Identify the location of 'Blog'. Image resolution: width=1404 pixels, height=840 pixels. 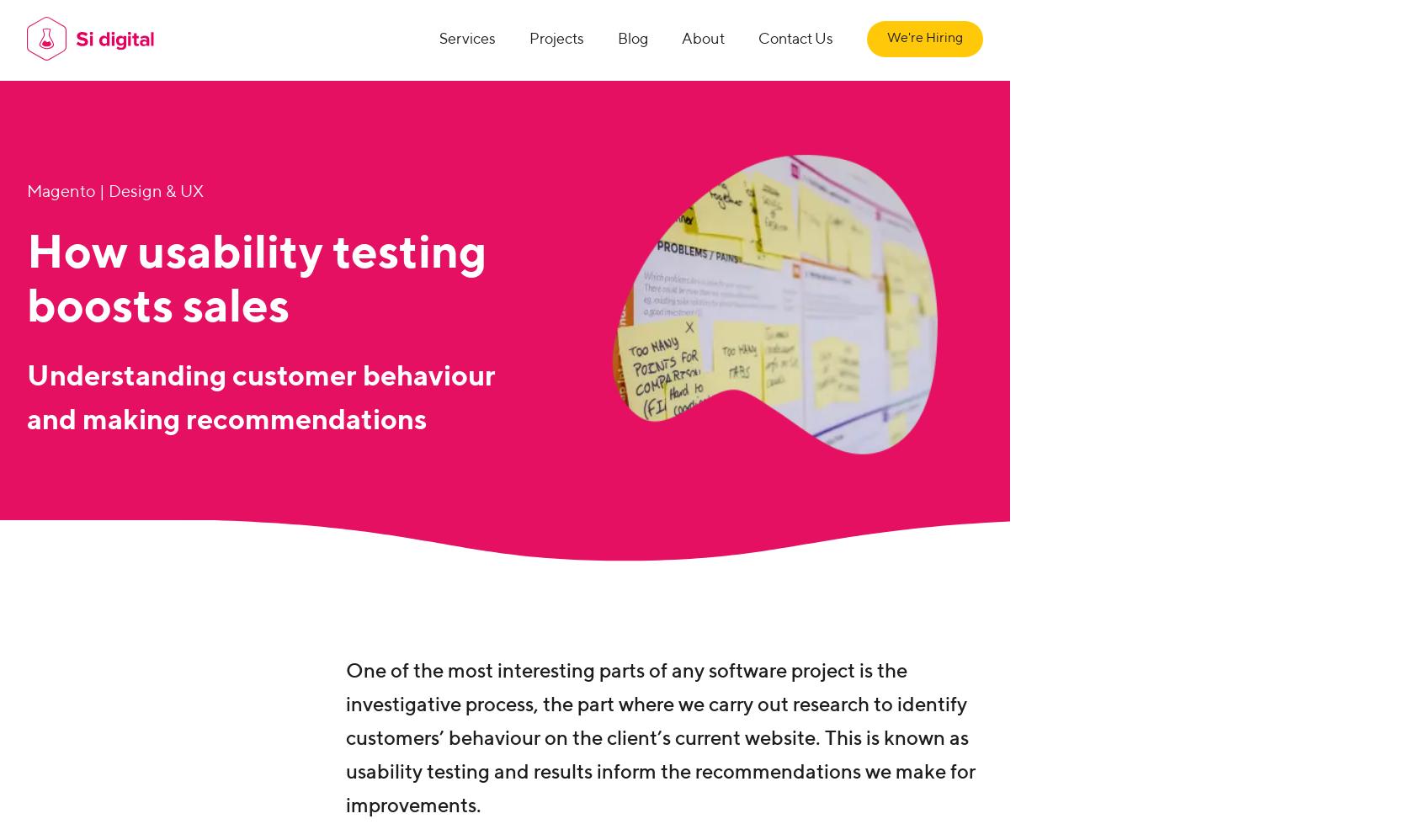
(617, 40).